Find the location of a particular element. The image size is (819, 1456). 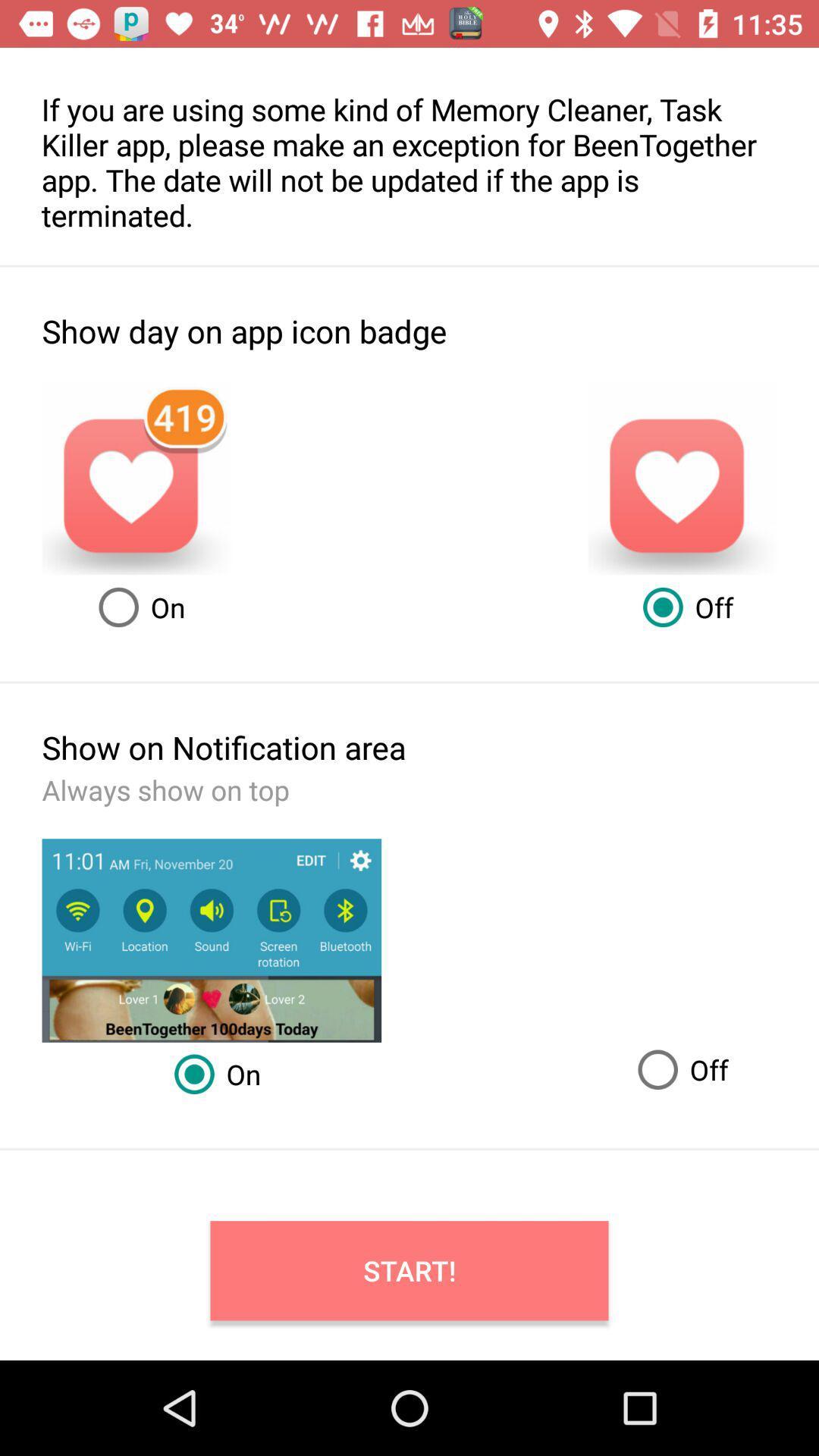

the heart symbol which is showing notifications is located at coordinates (136, 479).